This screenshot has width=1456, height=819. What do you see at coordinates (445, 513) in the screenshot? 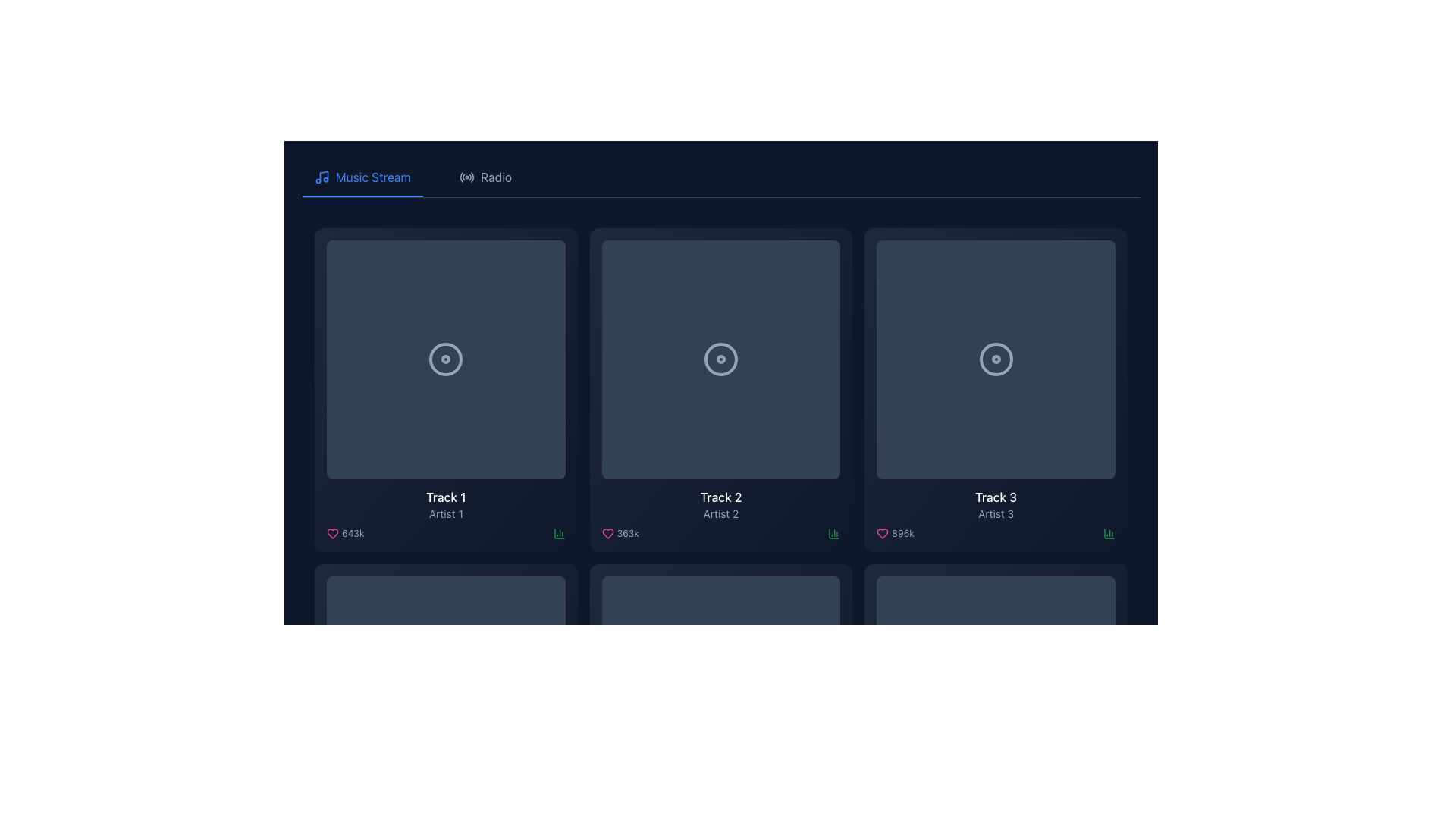
I see `the static text label displaying 'Artist 1', which is located beneath 'Track 1' in a dark-themed card design` at bounding box center [445, 513].